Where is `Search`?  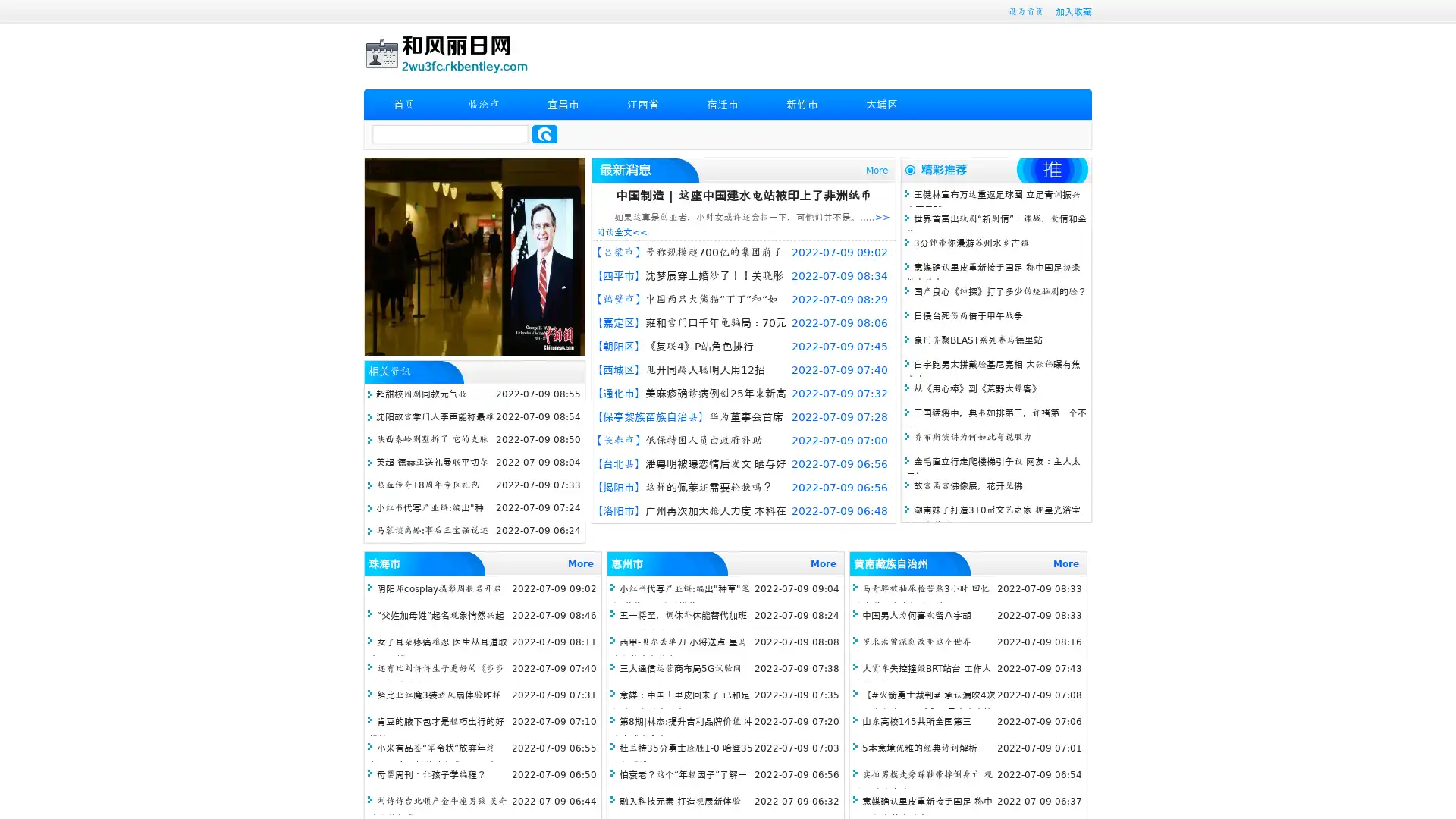 Search is located at coordinates (544, 133).